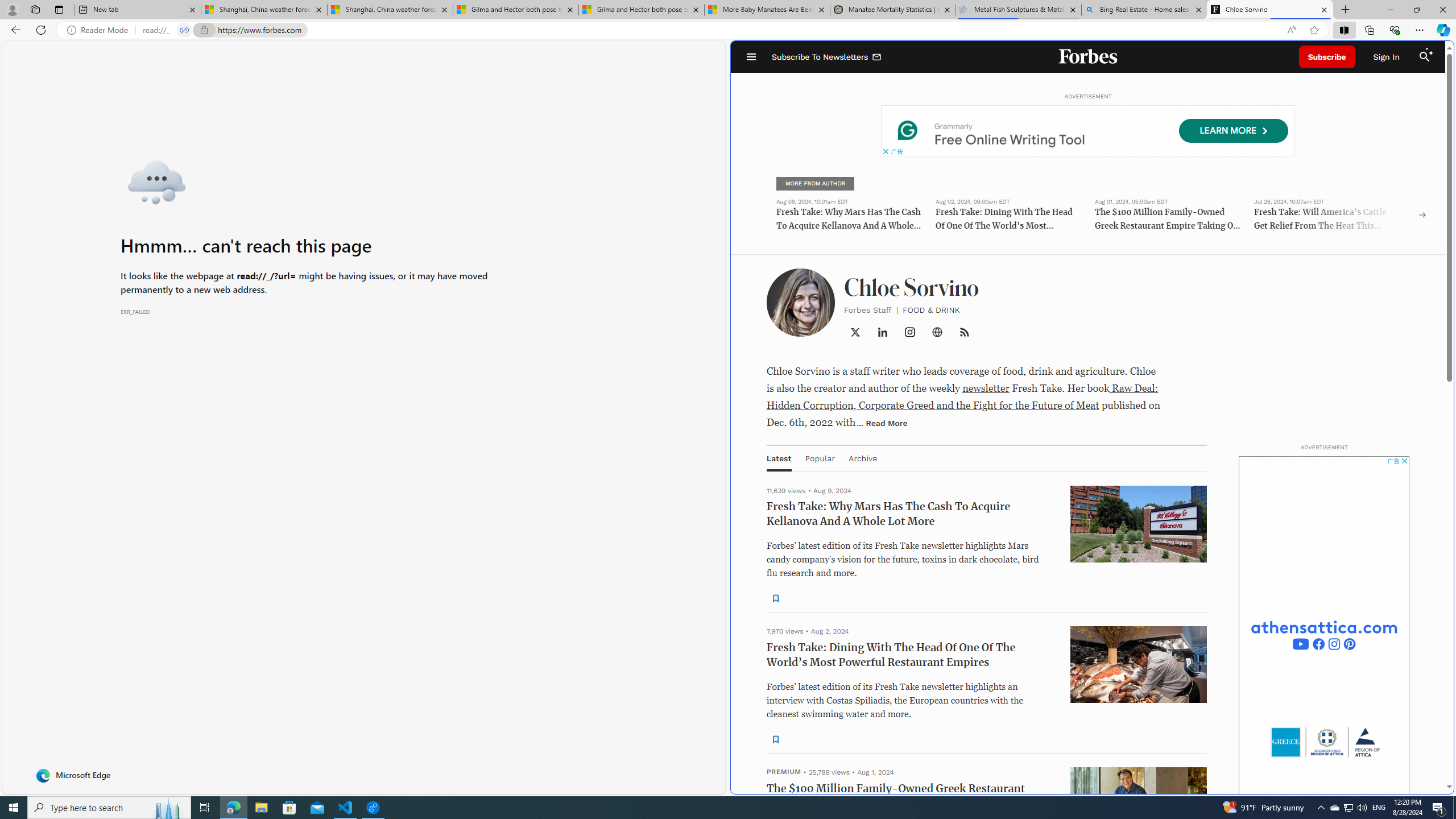  I want to click on 'Bing Real Estate - Home sales and rental listings', so click(1143, 9).